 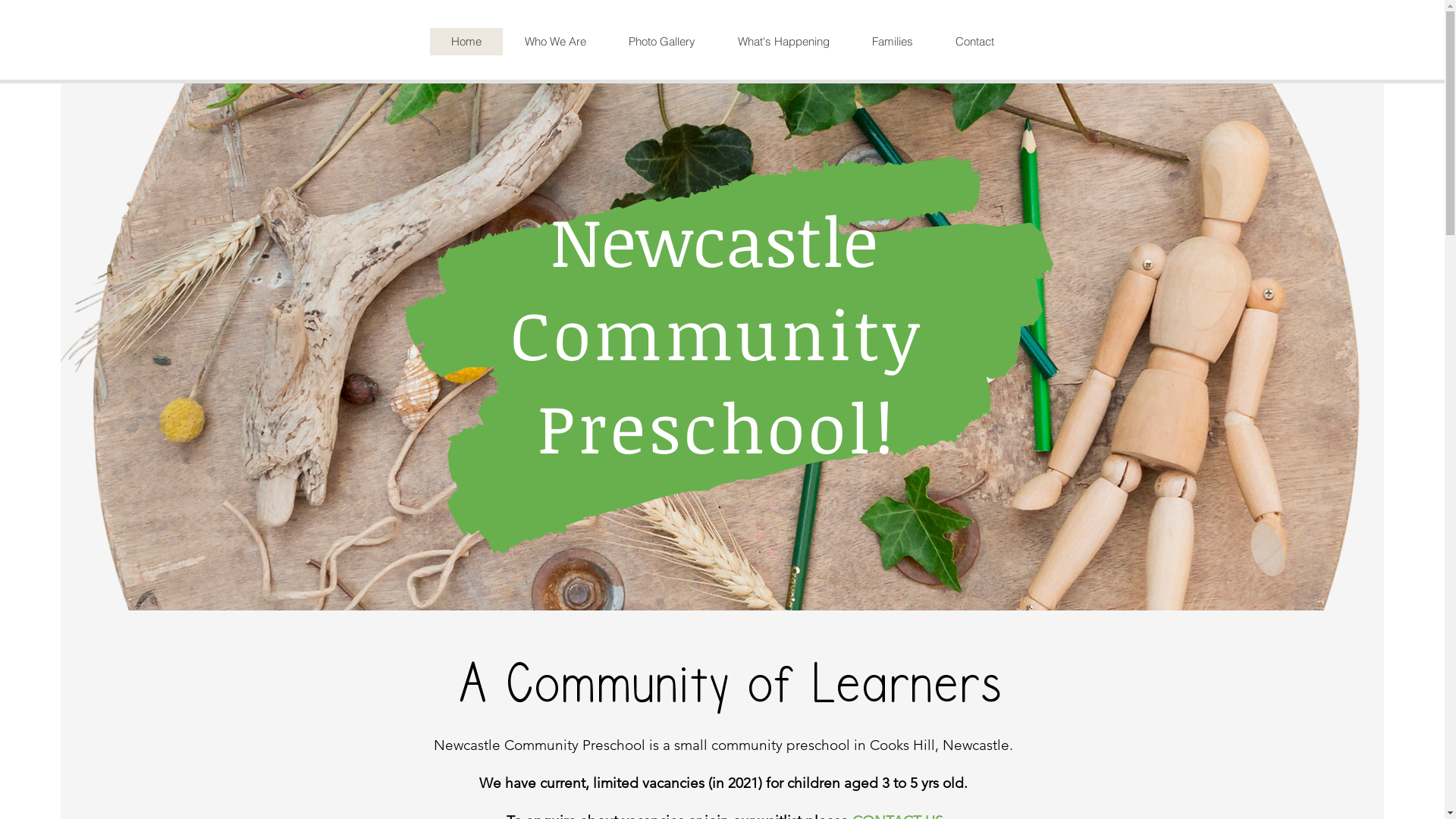 I want to click on 'Families', so click(x=892, y=40).